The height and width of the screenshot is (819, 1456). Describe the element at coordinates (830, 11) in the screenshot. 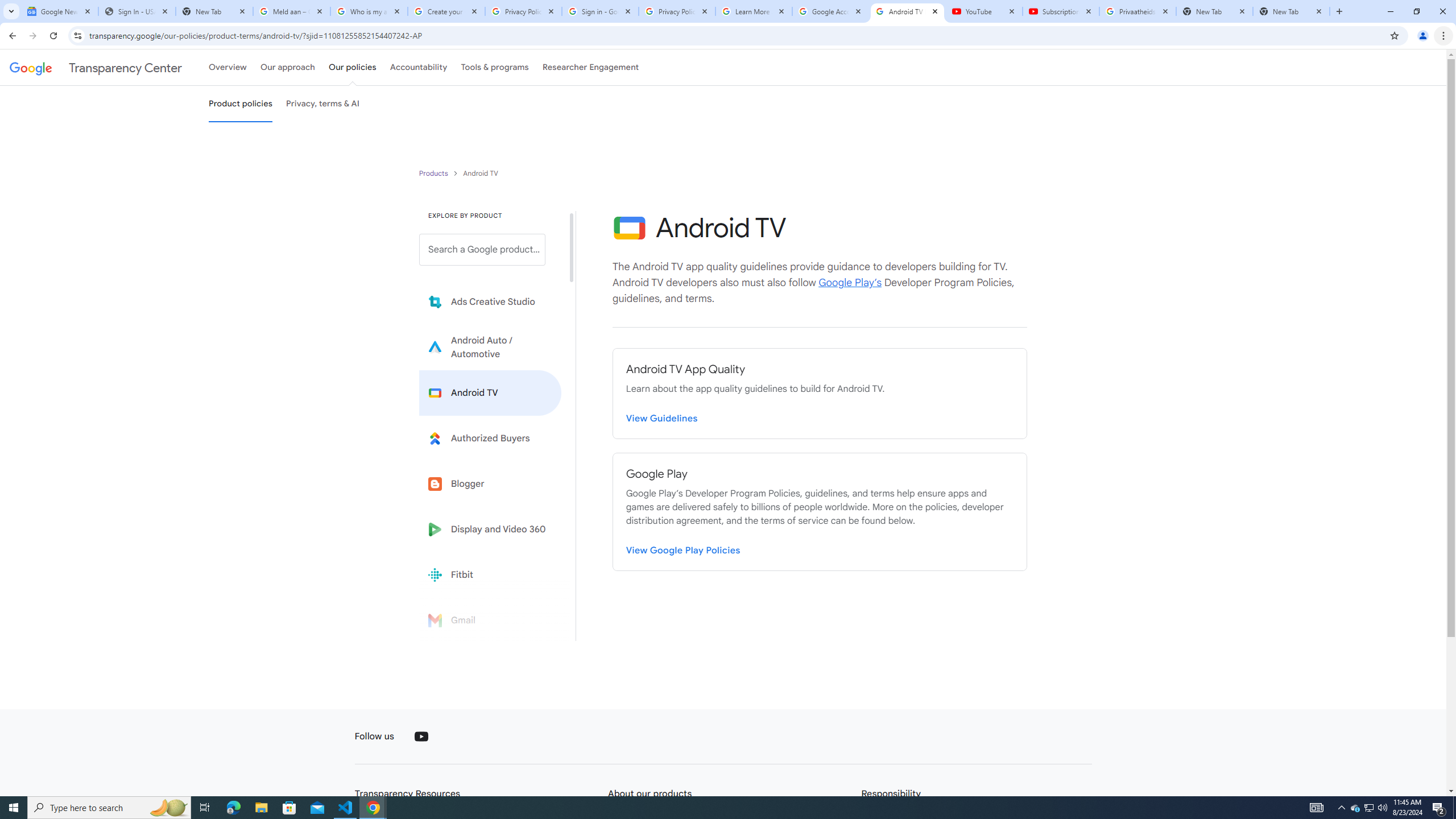

I see `'Google Account'` at that location.